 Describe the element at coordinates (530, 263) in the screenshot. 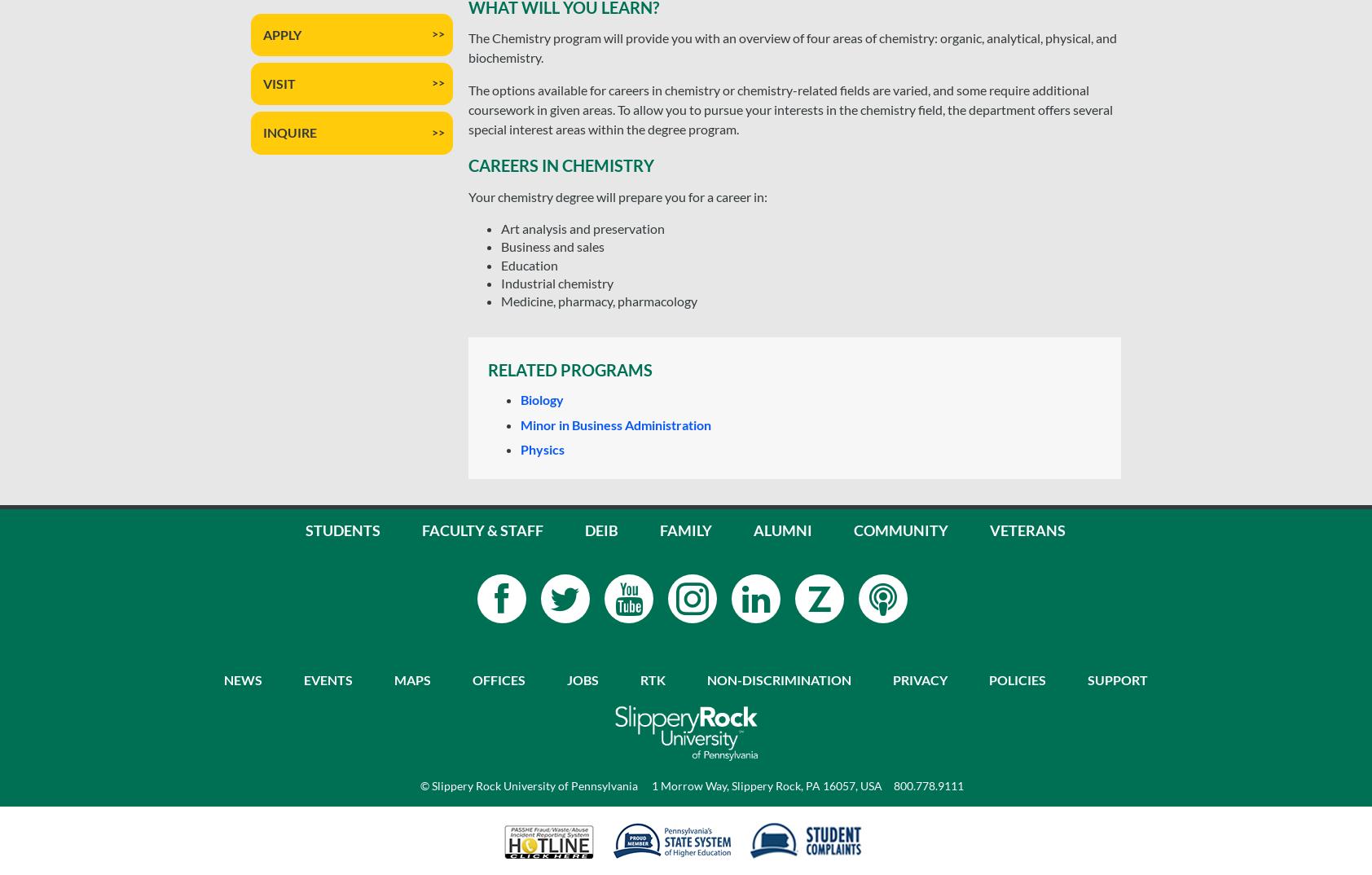

I see `'Education'` at that location.